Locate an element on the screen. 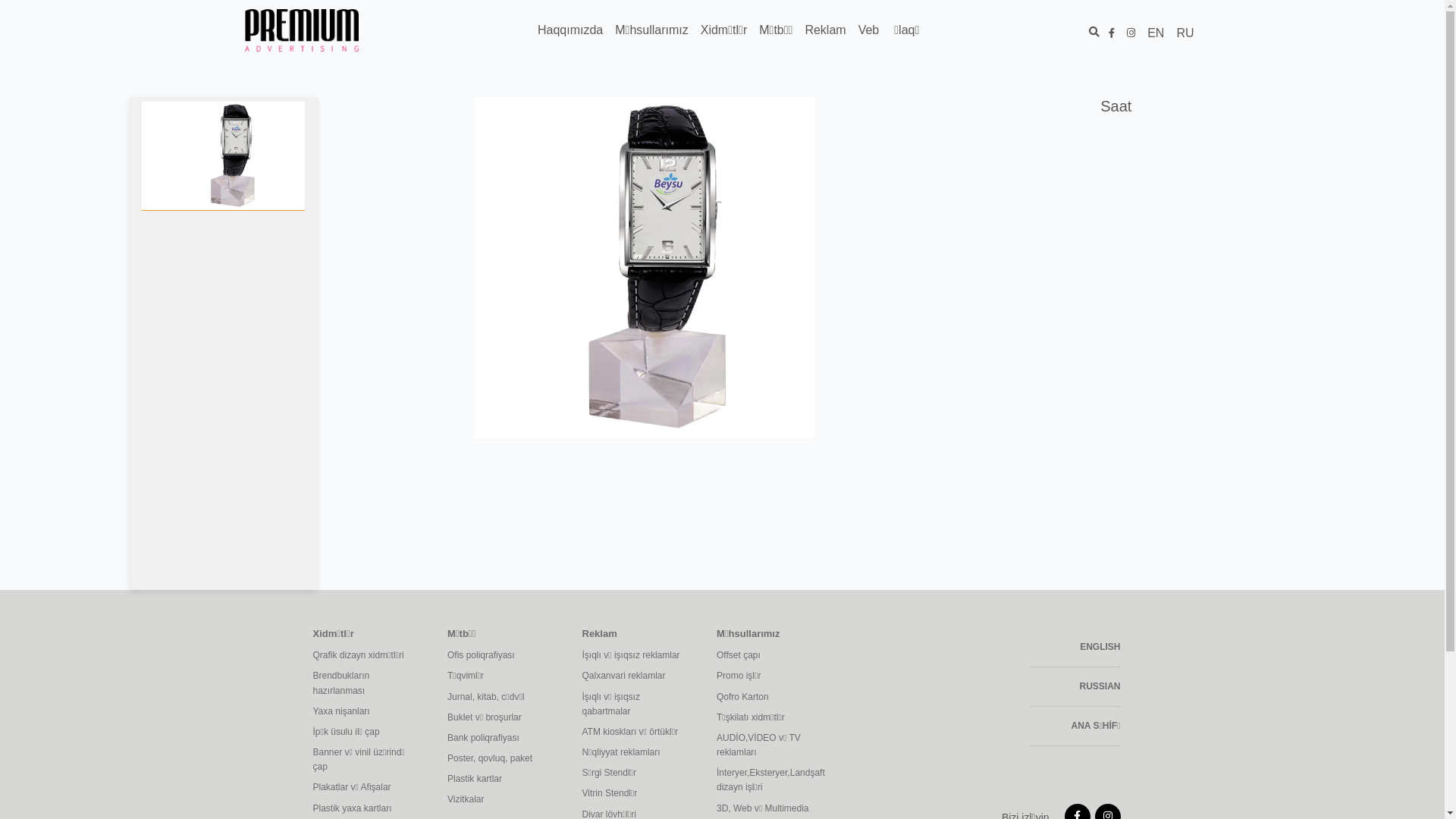  'Reklam' is located at coordinates (797, 30).